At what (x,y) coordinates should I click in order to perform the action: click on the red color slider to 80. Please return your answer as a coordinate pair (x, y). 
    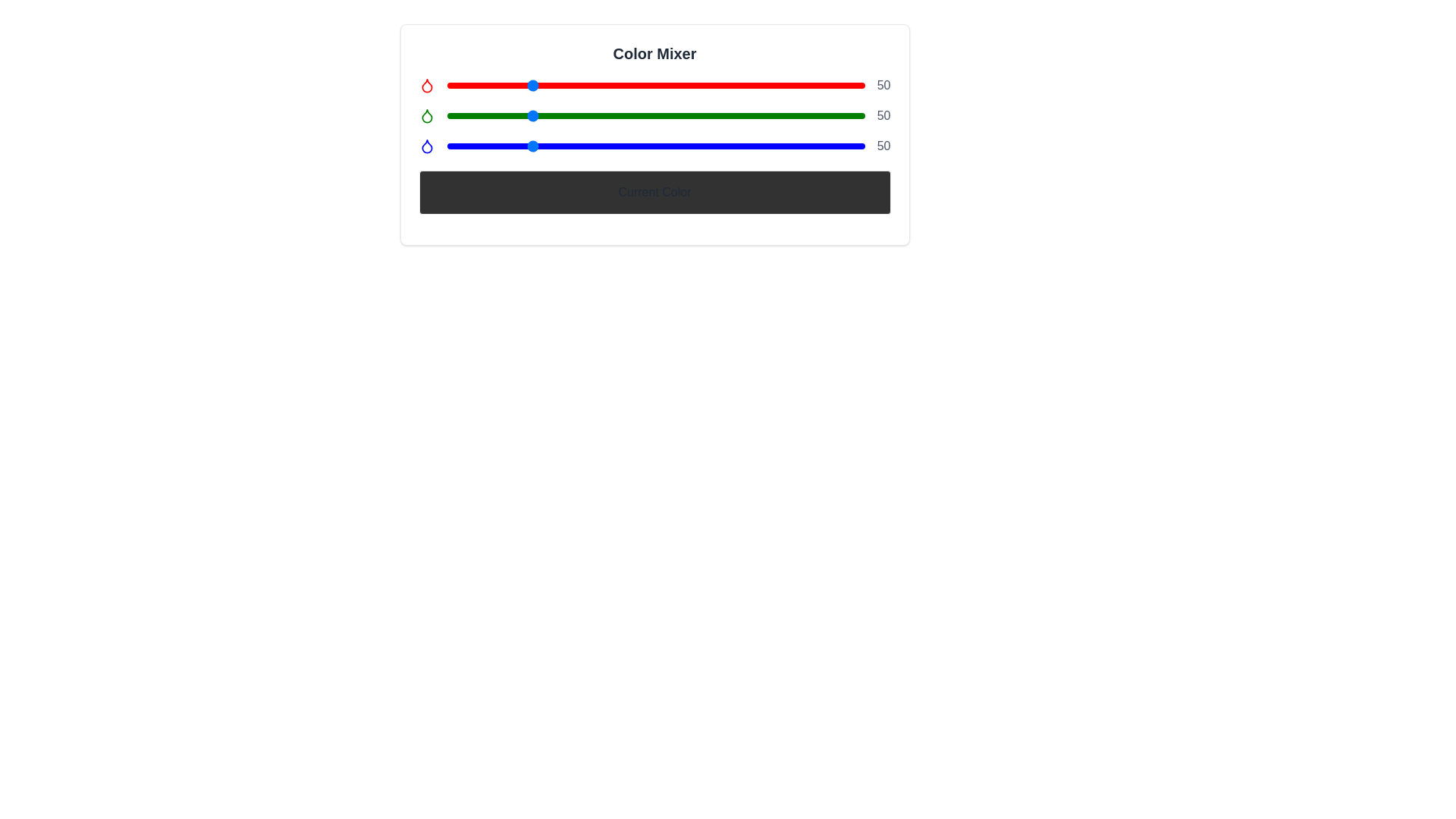
    Looking at the image, I should click on (577, 85).